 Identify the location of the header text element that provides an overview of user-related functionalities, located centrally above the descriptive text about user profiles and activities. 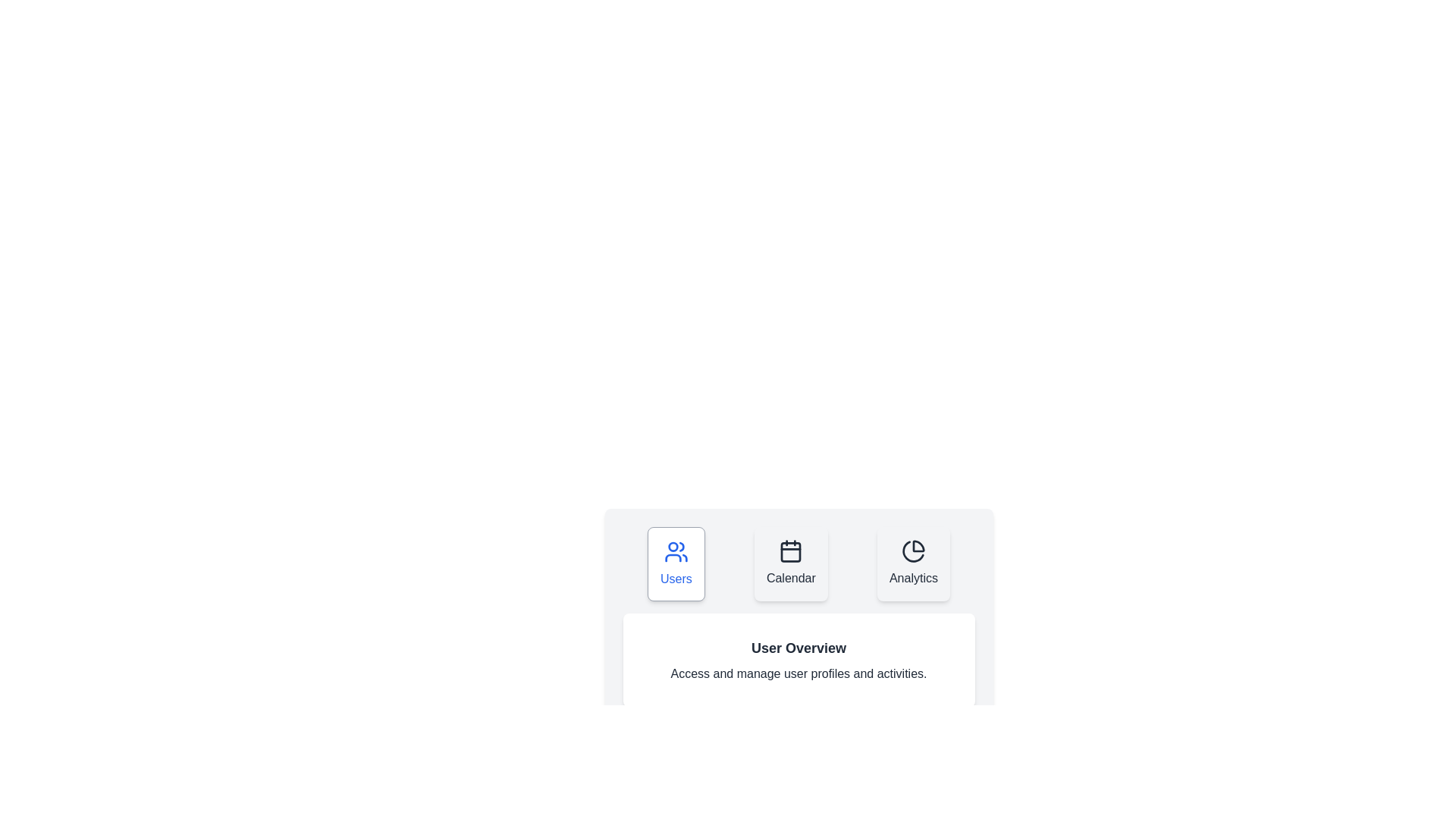
(798, 648).